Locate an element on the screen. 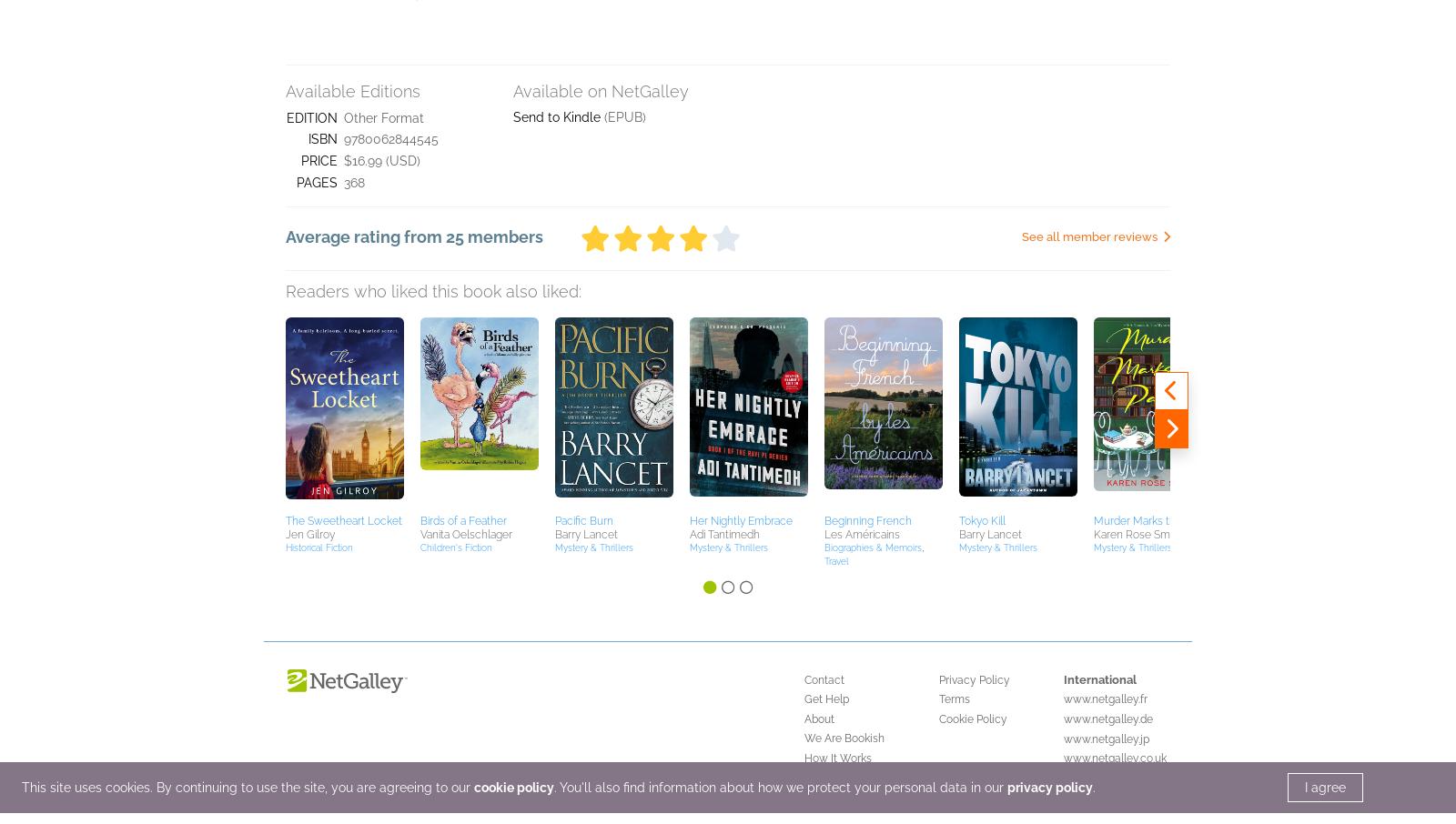 The width and height of the screenshot is (1456, 824). 'www.netgalley.jp' is located at coordinates (1063, 9).